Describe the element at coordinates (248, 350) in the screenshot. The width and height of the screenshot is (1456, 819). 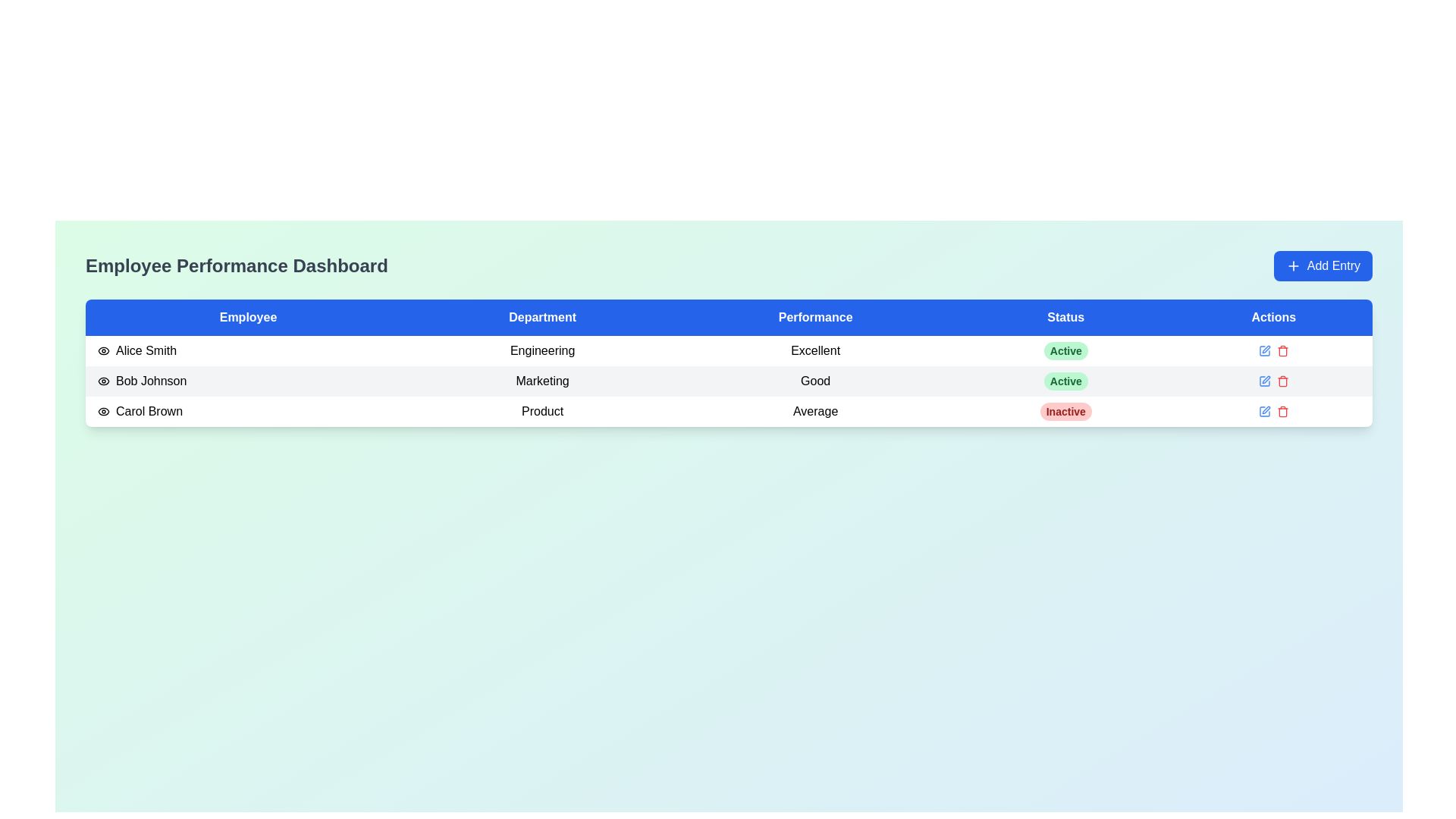
I see `the eye icon next to the text caption 'Alice Smith' in the first cell of the Employee column` at that location.